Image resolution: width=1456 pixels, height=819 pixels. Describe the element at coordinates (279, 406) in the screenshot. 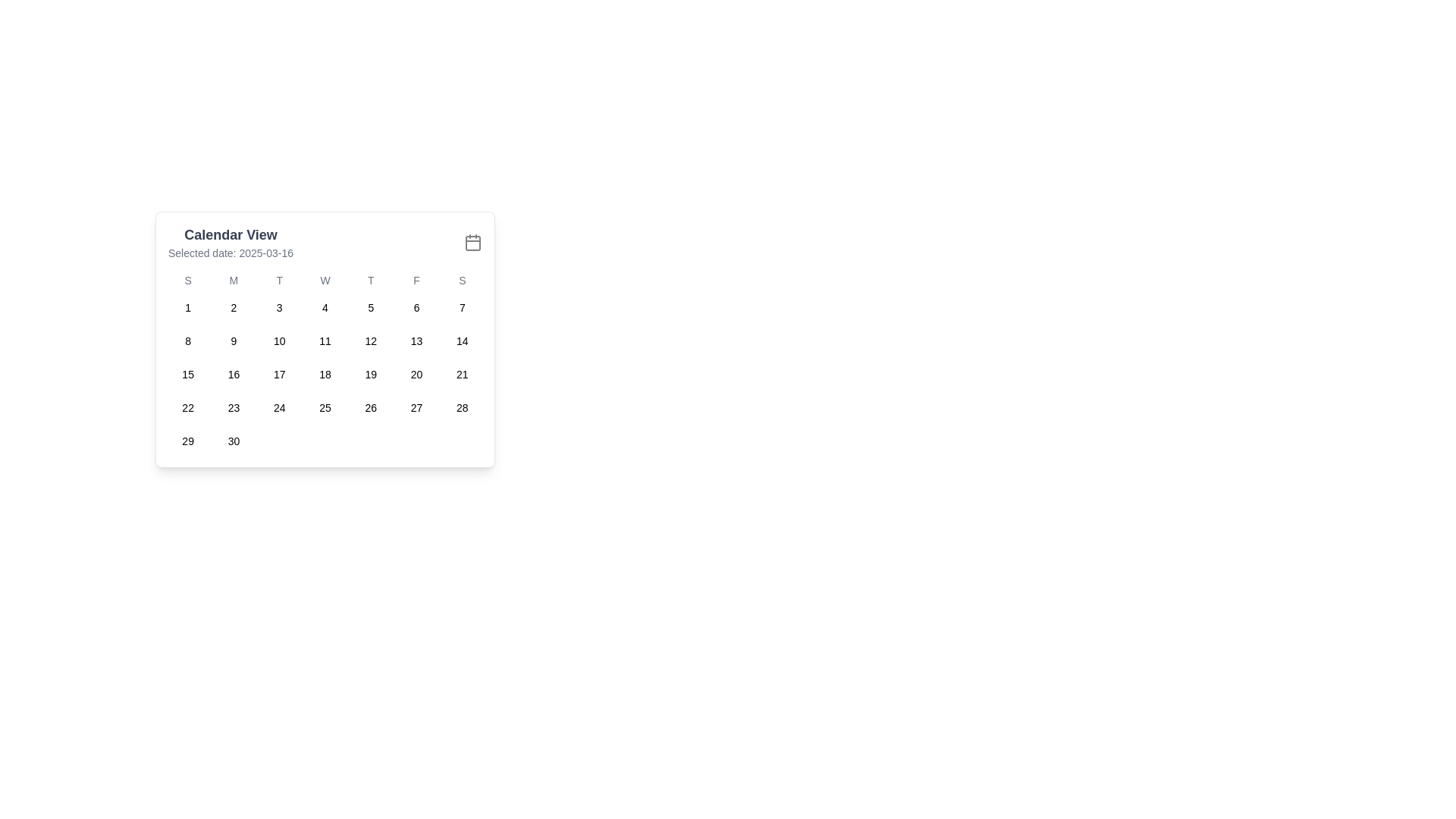

I see `the clickable calendar day box displaying the number '24'` at that location.